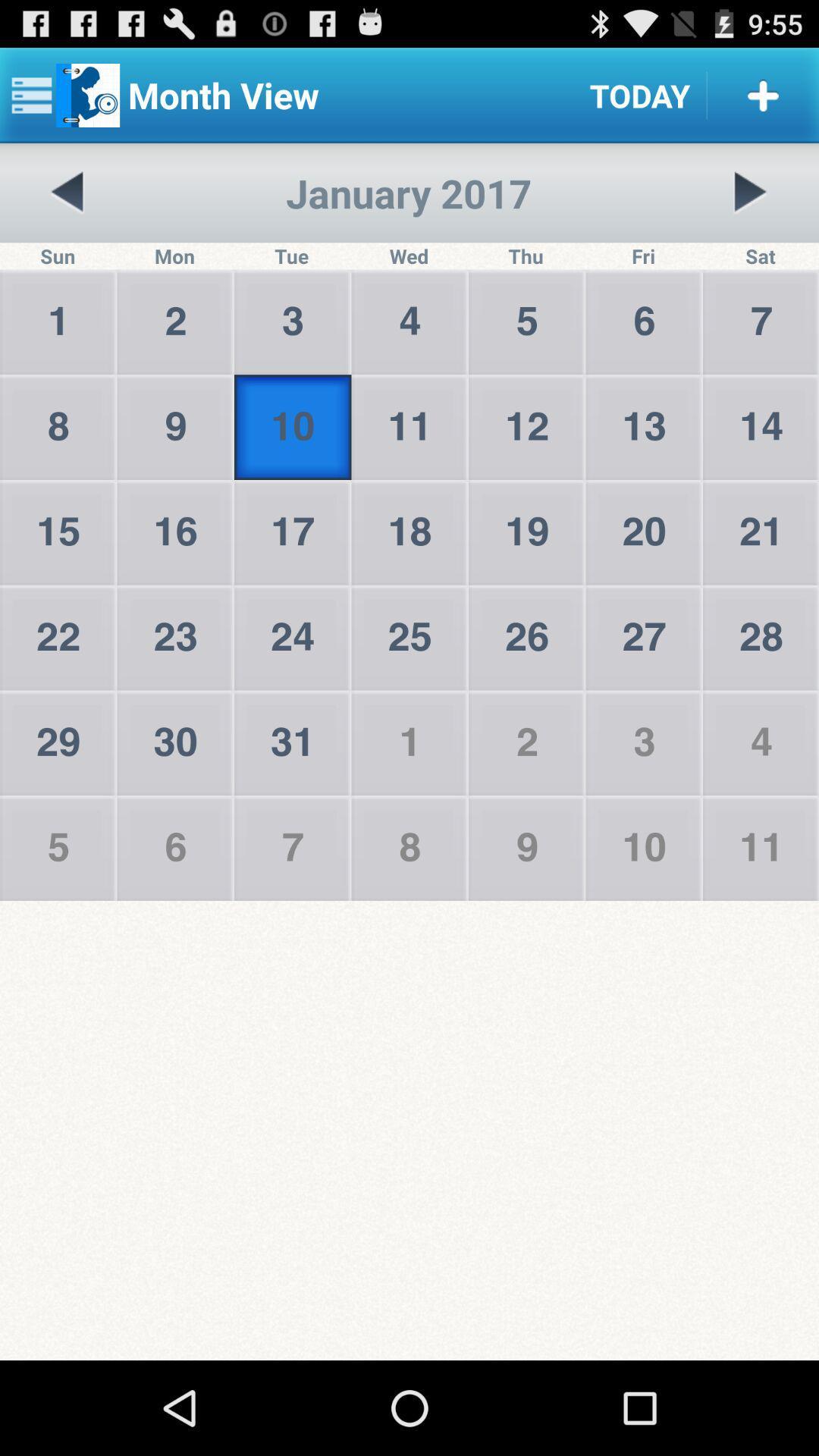 The height and width of the screenshot is (1456, 819). Describe the element at coordinates (749, 192) in the screenshot. I see `go forward one month` at that location.